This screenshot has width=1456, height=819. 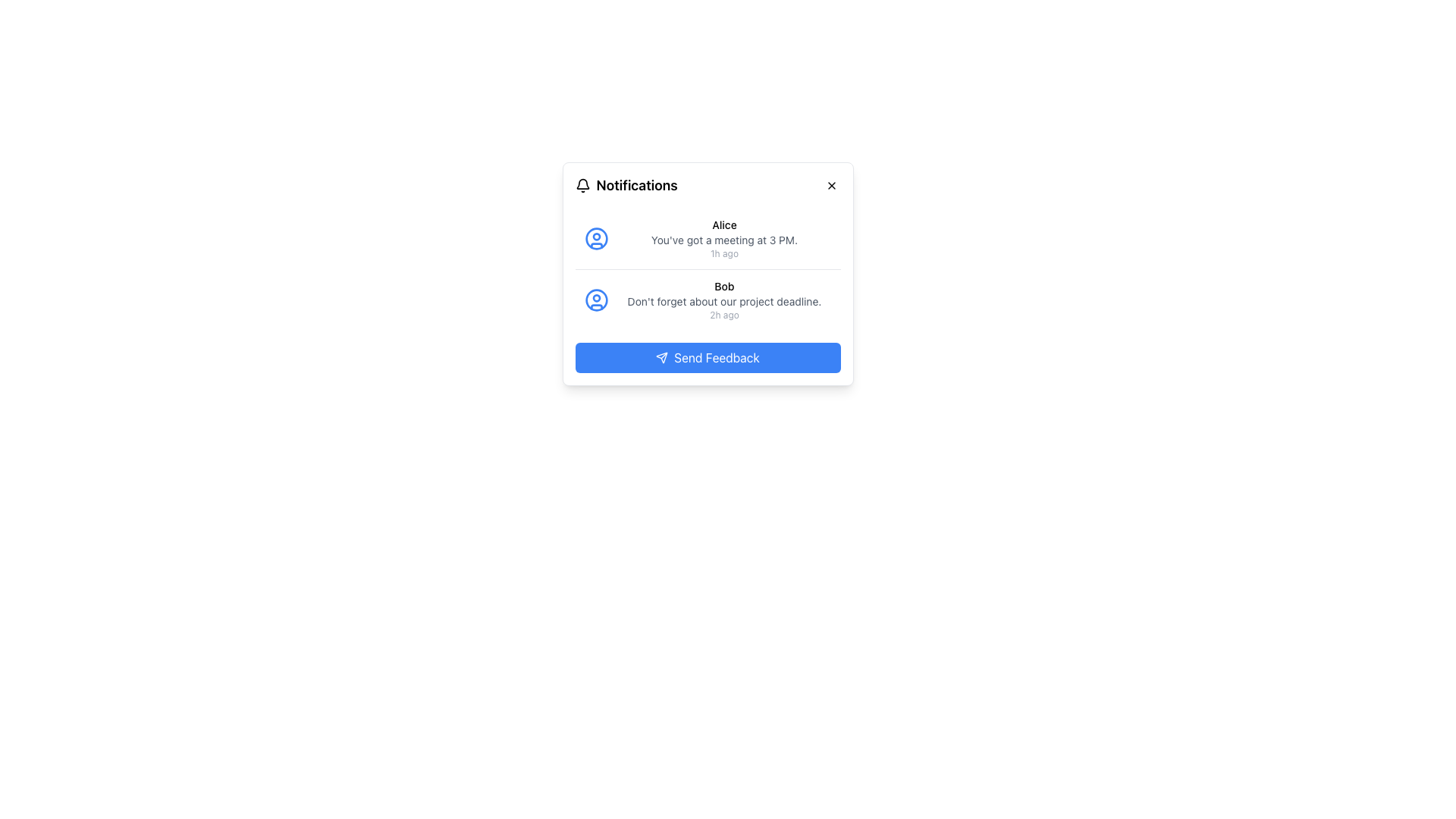 What do you see at coordinates (582, 183) in the screenshot?
I see `the main body of the notification bell icon located at the top-left of the Notifications pop-up panel, which signifies new alerts or messages` at bounding box center [582, 183].